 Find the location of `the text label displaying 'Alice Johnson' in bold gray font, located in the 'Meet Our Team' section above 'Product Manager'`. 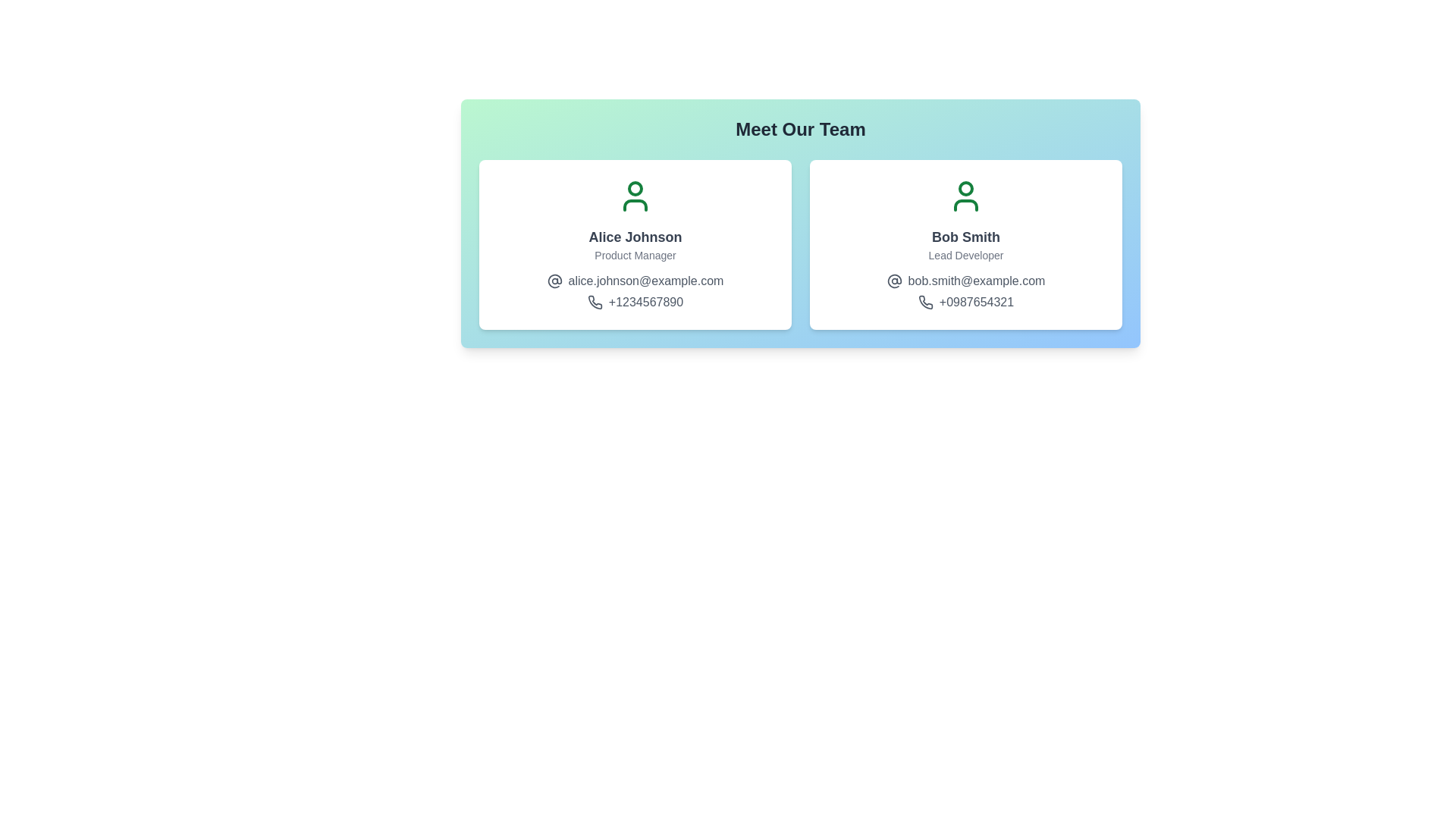

the text label displaying 'Alice Johnson' in bold gray font, located in the 'Meet Our Team' section above 'Product Manager' is located at coordinates (635, 237).